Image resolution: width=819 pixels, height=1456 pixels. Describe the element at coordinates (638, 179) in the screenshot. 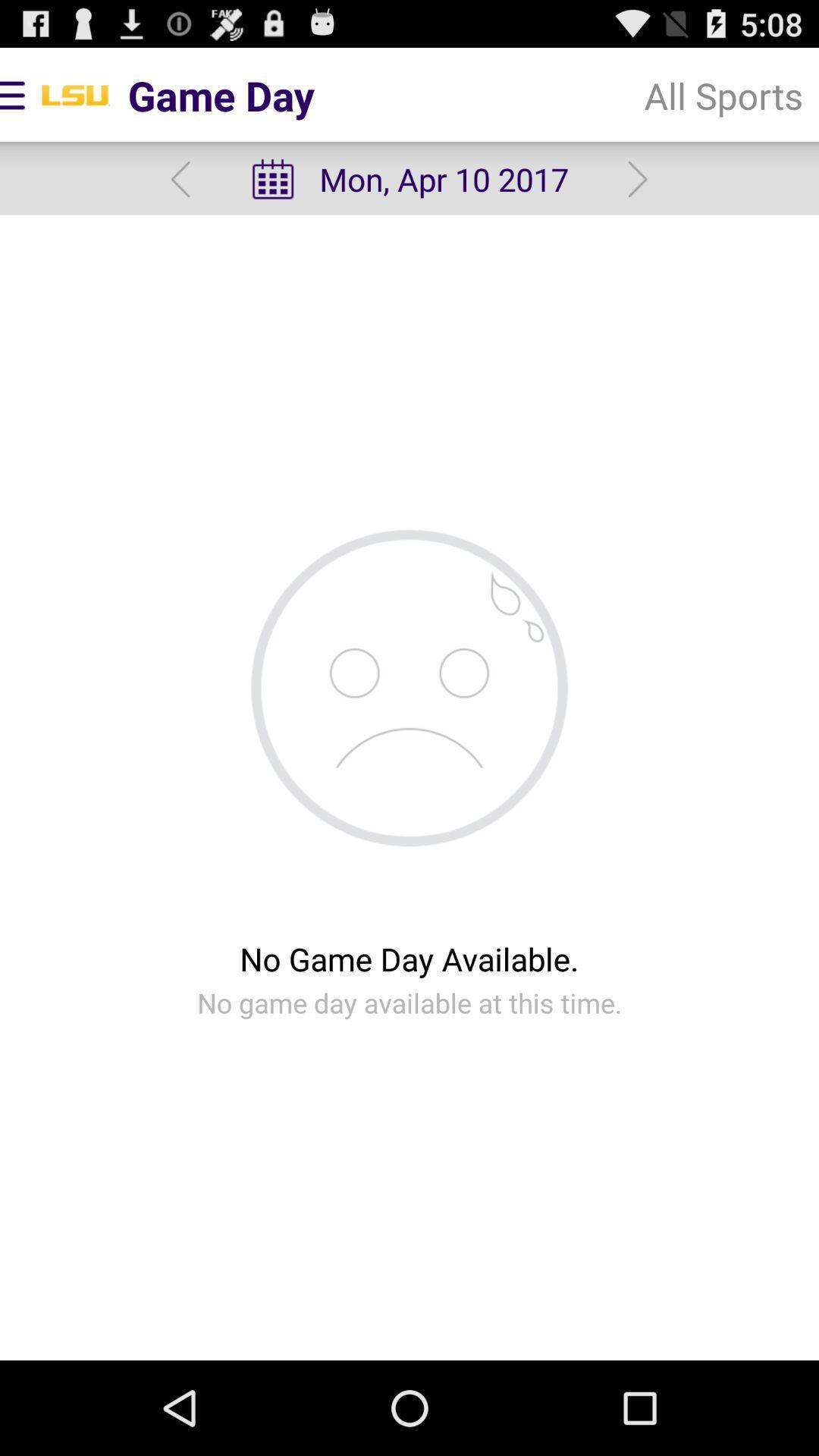

I see `next menu` at that location.